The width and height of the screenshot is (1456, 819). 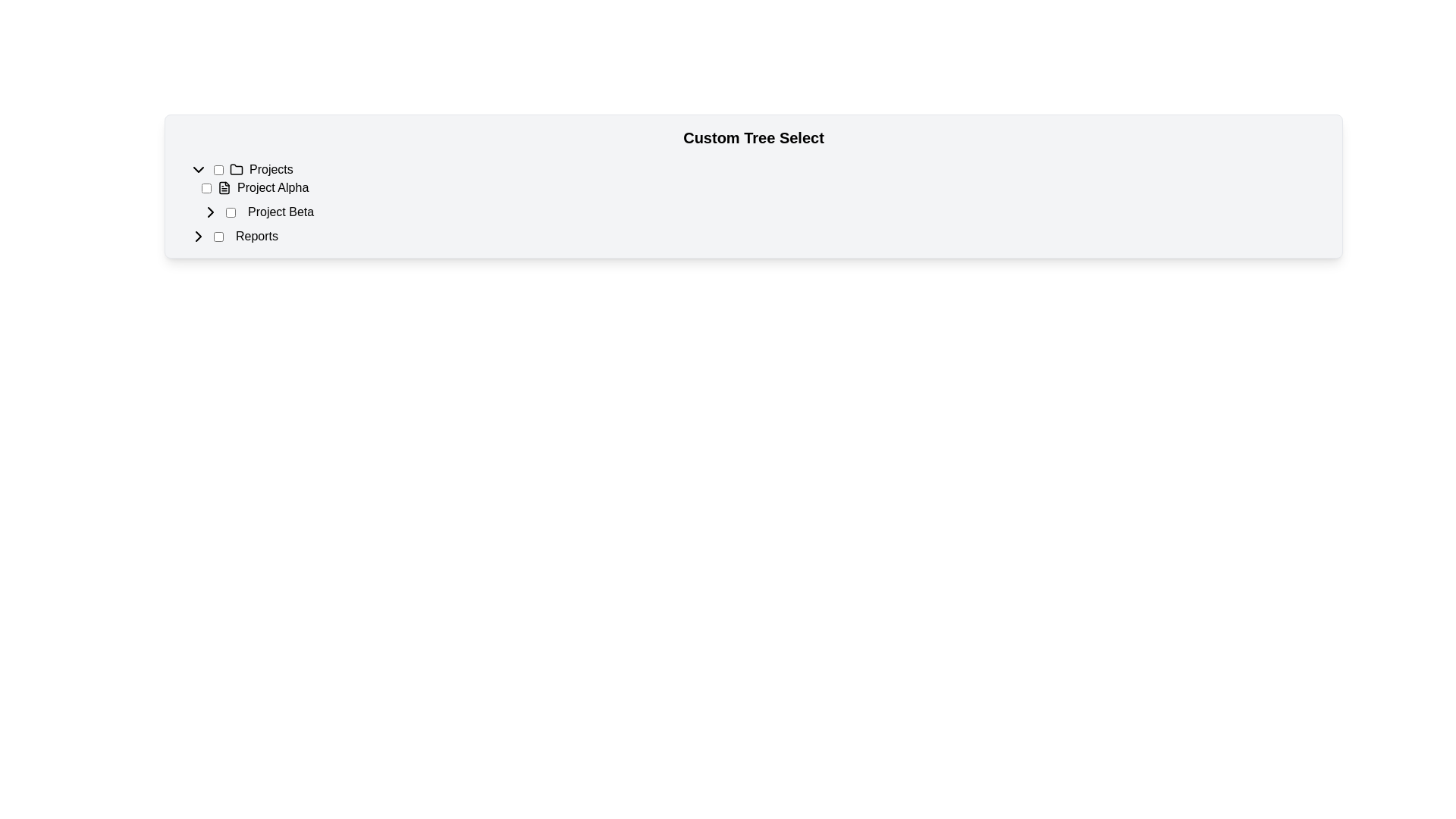 I want to click on the 'Projects' static text label, which is located to the right of a folder icon and left of specific project entries, to interact with adjacent elements, so click(x=271, y=169).